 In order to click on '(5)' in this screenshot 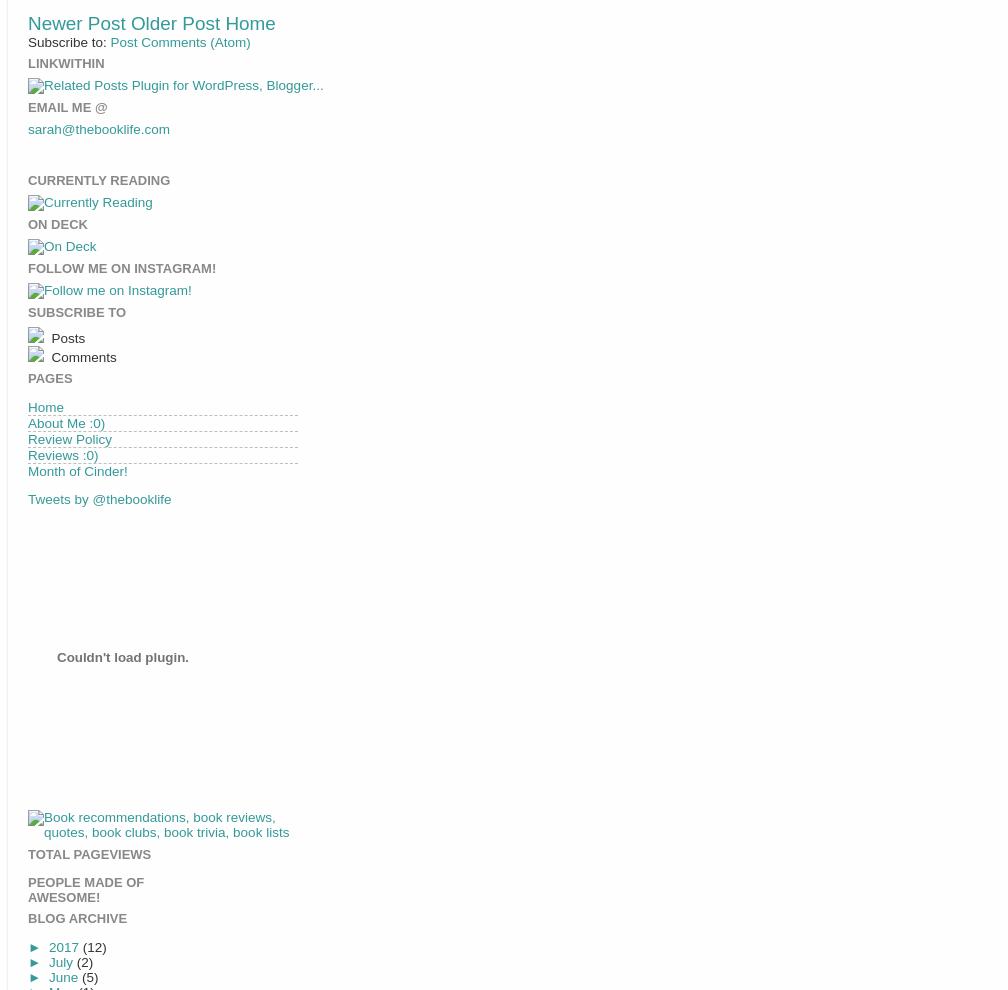, I will do `click(89, 976)`.